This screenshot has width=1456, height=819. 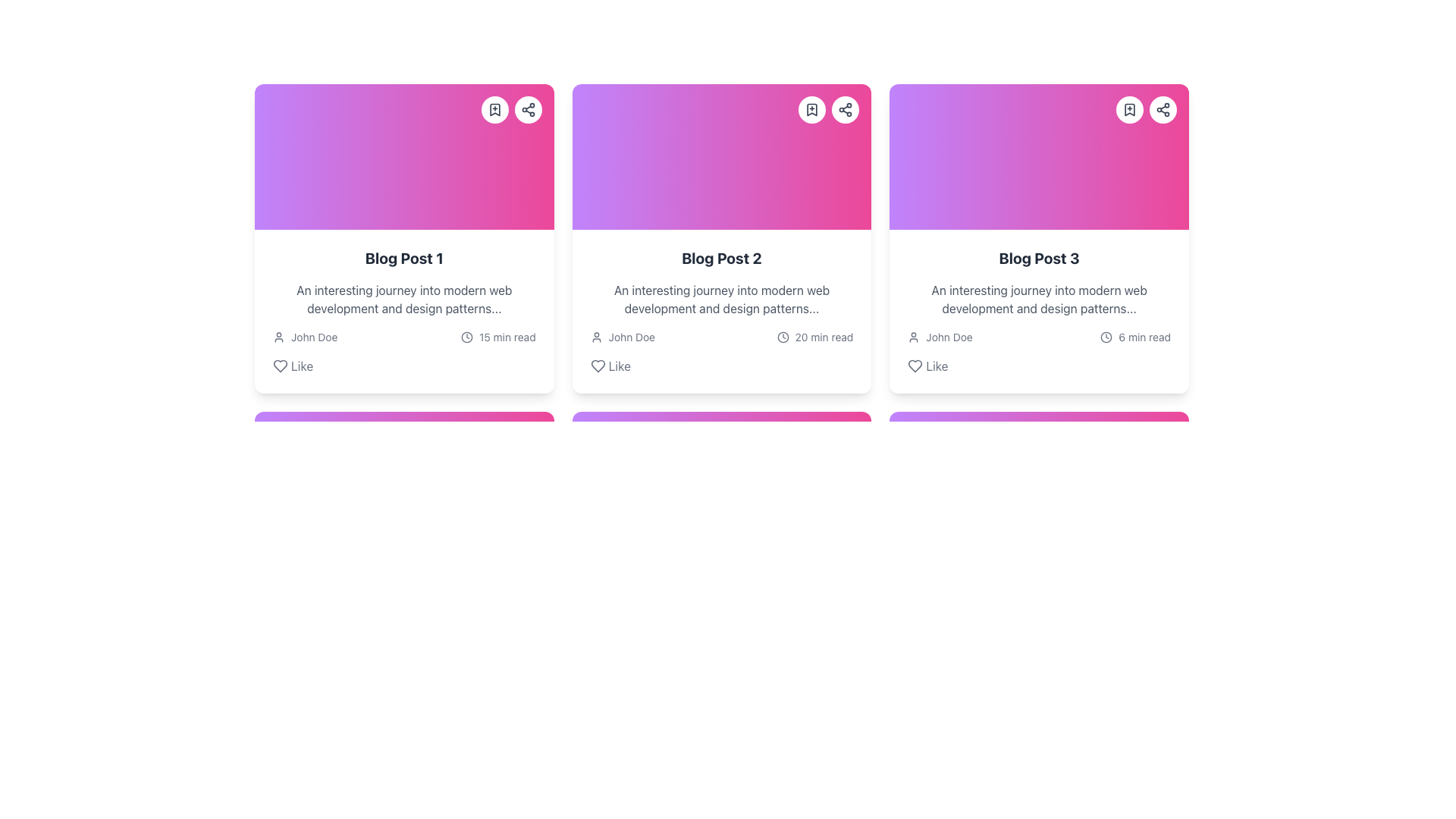 I want to click on the 'Like' text label element located at the bottom-left area of the first content card labeled as 'Blog Post 1', which is displayed in gray font and positioned immediately to the right of a heart icon, so click(x=302, y=366).